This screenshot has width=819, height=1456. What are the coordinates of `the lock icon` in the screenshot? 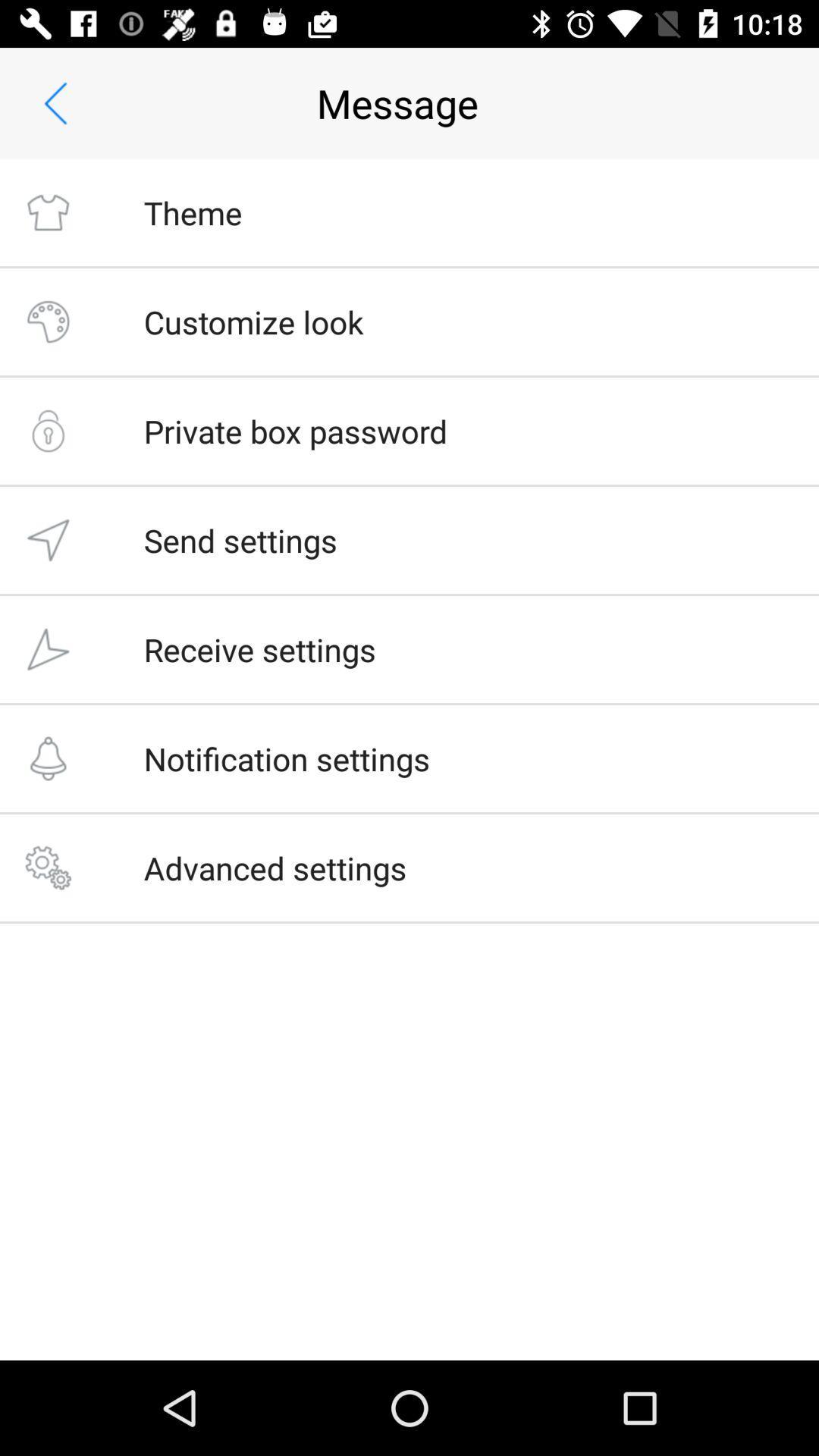 It's located at (47, 430).